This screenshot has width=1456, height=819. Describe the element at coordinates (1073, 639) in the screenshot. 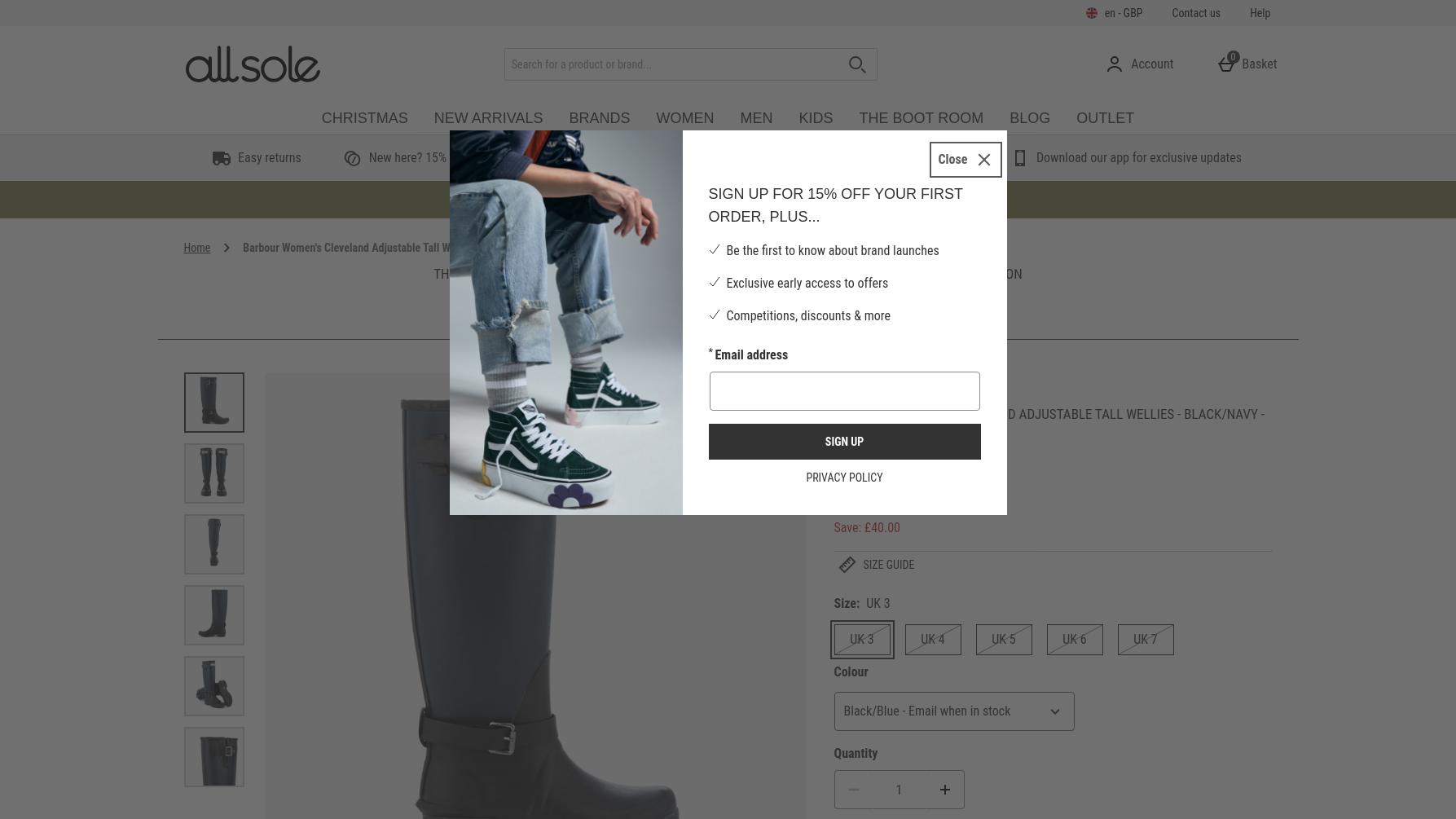

I see `'UK 6'` at that location.